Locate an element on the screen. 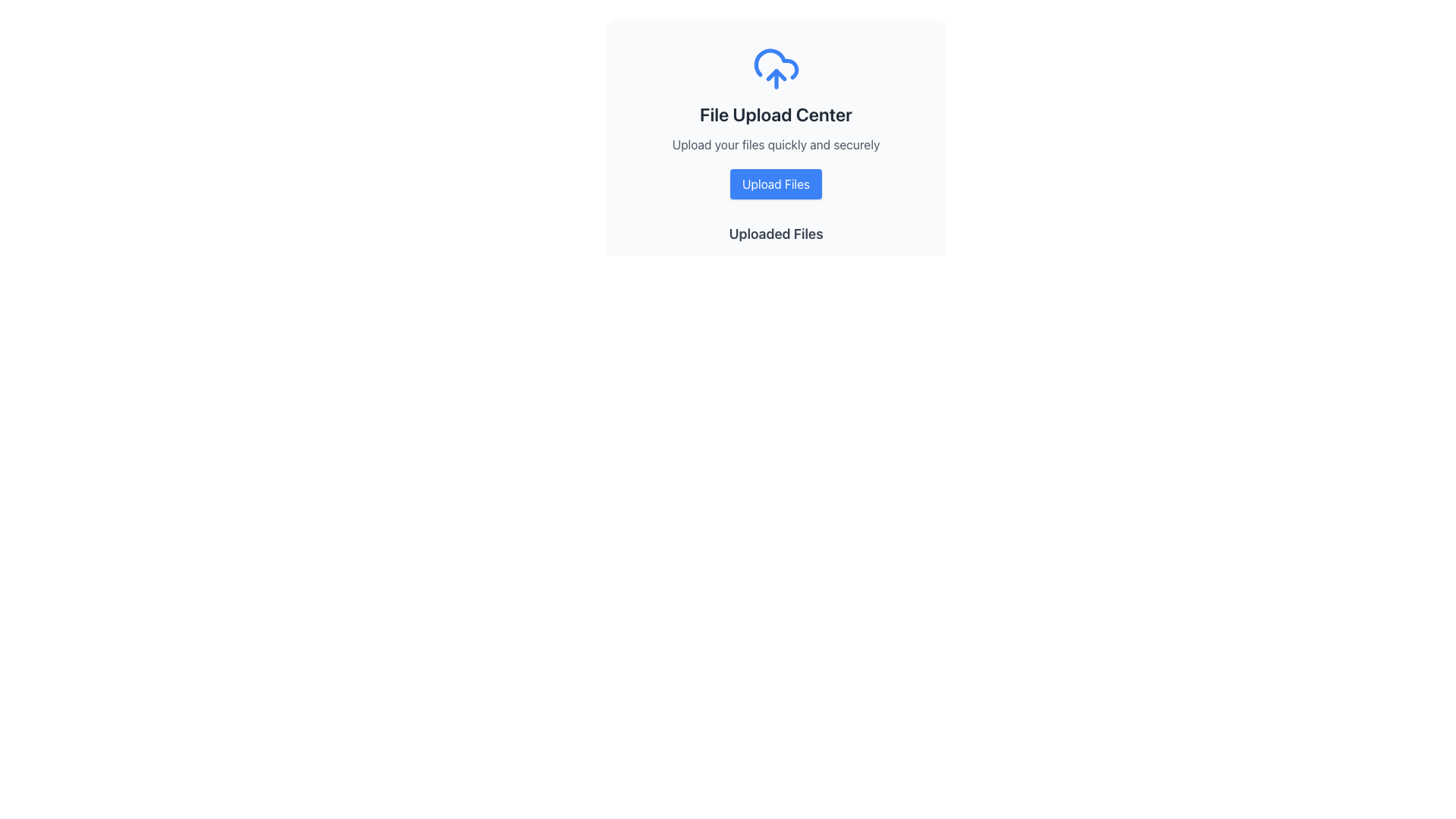 The image size is (1456, 819). the 'Uploaded Files' label, which is styled in bold and slightly larger font on a clean white background, serving as the heading for the uploaded files section is located at coordinates (776, 234).